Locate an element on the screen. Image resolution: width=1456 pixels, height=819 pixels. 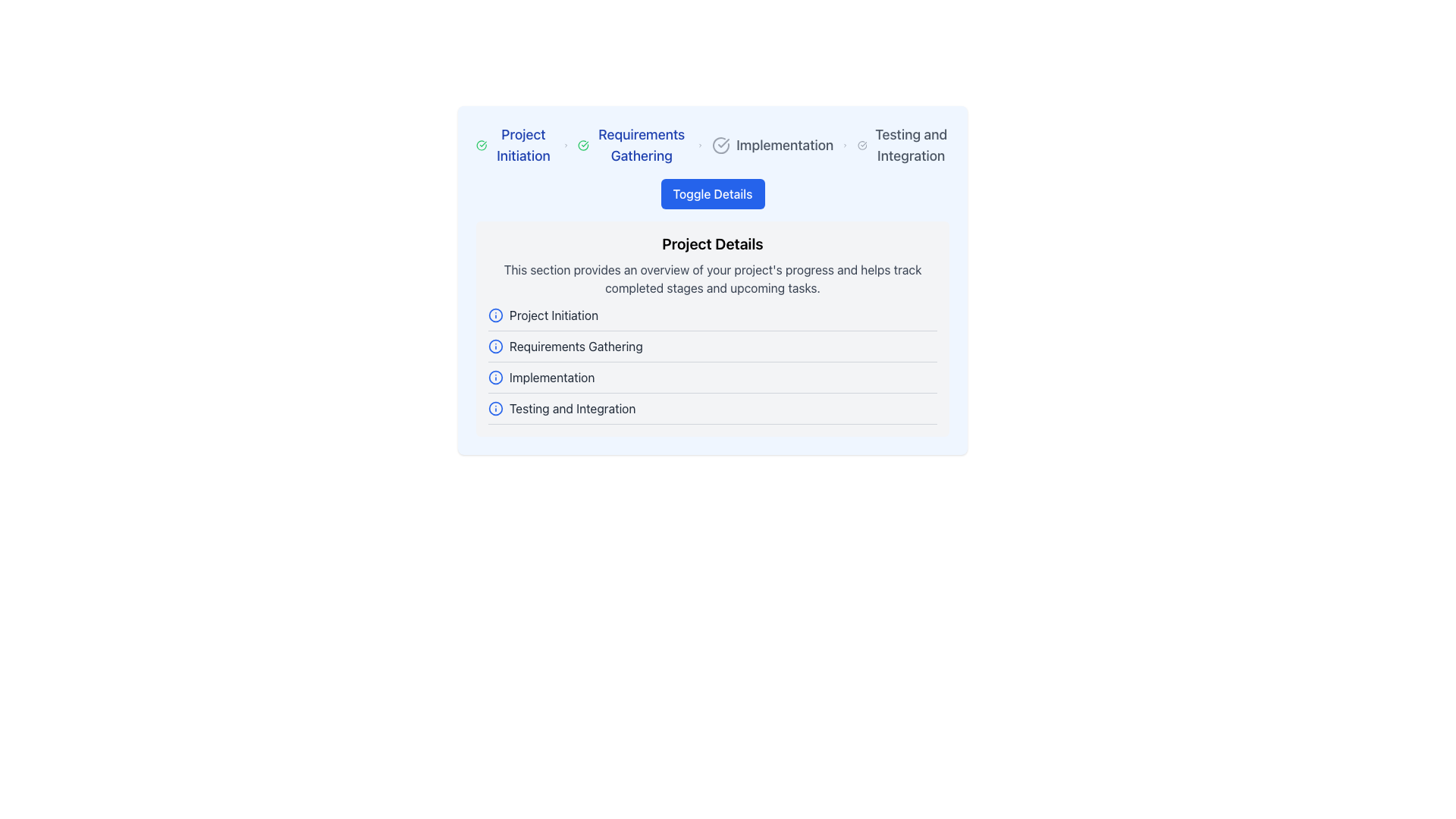
title text that serves as a heading for the project details section, located immediately below the 'Toggle Details' button is located at coordinates (712, 243).